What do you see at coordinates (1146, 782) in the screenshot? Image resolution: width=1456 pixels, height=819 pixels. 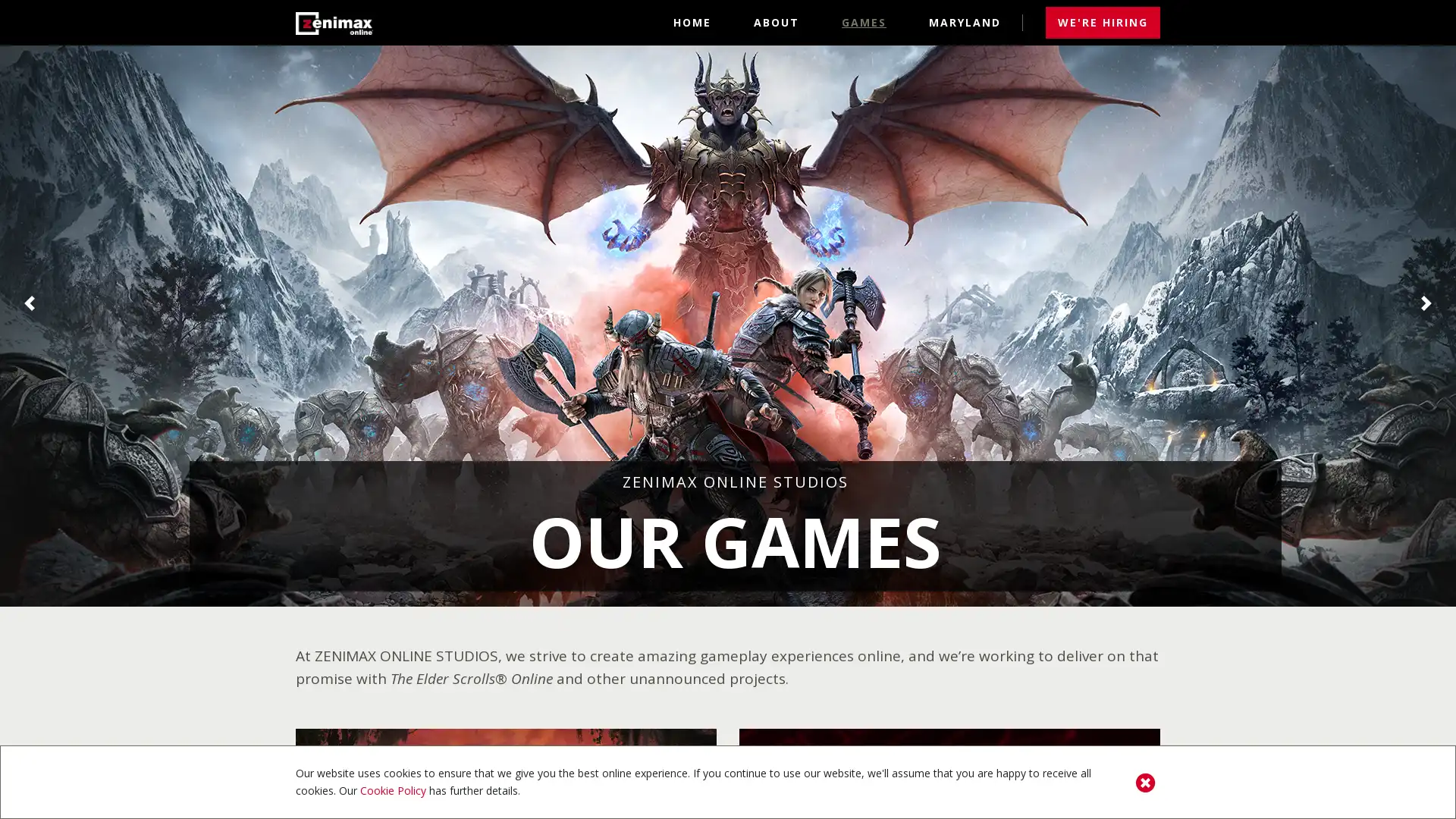 I see `Close Cookie Policy` at bounding box center [1146, 782].